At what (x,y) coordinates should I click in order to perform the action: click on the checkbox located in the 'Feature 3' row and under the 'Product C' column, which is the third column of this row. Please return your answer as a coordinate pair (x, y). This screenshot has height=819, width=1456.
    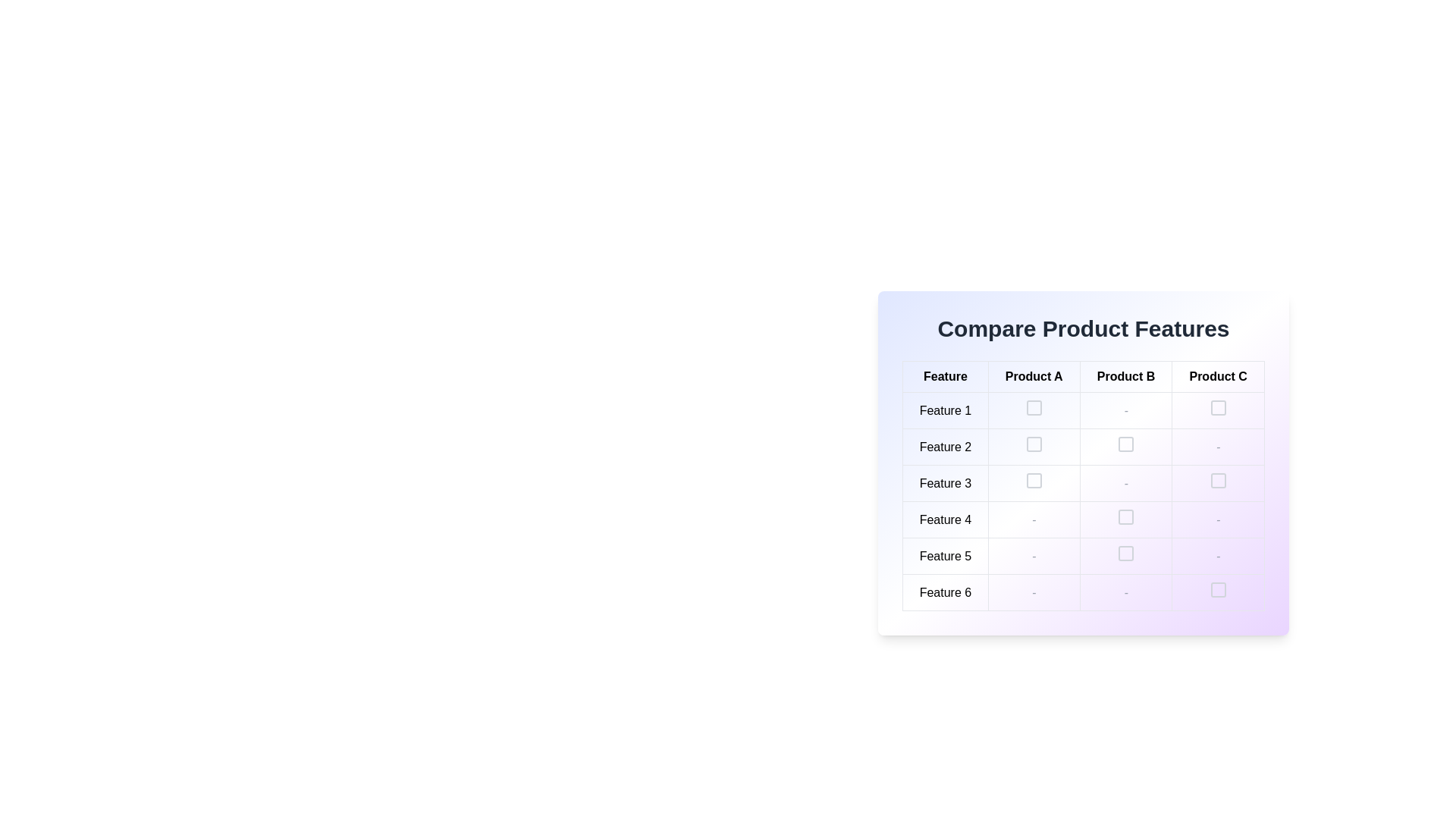
    Looking at the image, I should click on (1218, 483).